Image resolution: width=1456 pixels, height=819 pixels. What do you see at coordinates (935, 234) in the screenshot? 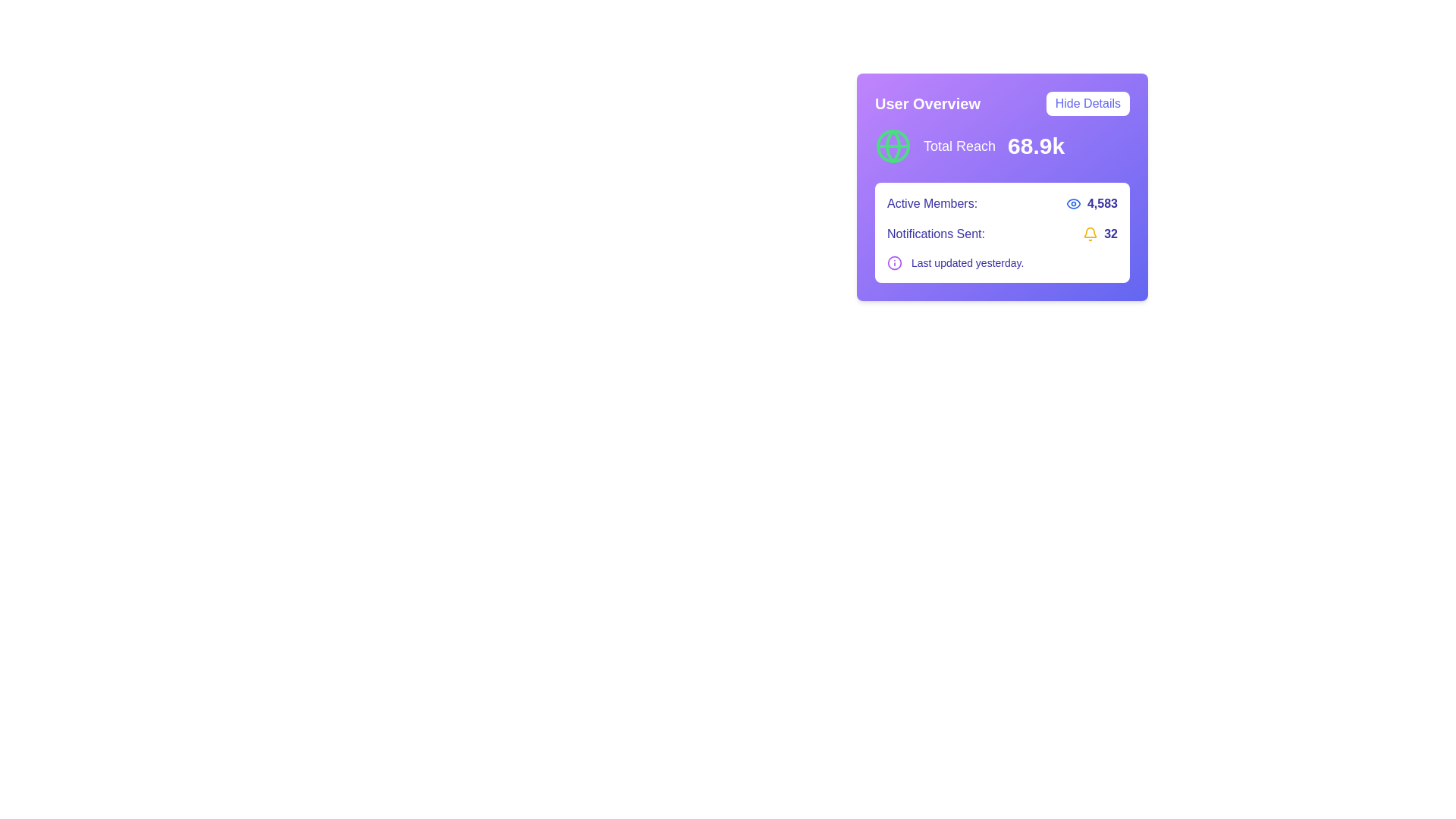
I see `the label that describes the notification count for active members in the 'User Overview' card, located to the left of the numeric value '32'` at bounding box center [935, 234].